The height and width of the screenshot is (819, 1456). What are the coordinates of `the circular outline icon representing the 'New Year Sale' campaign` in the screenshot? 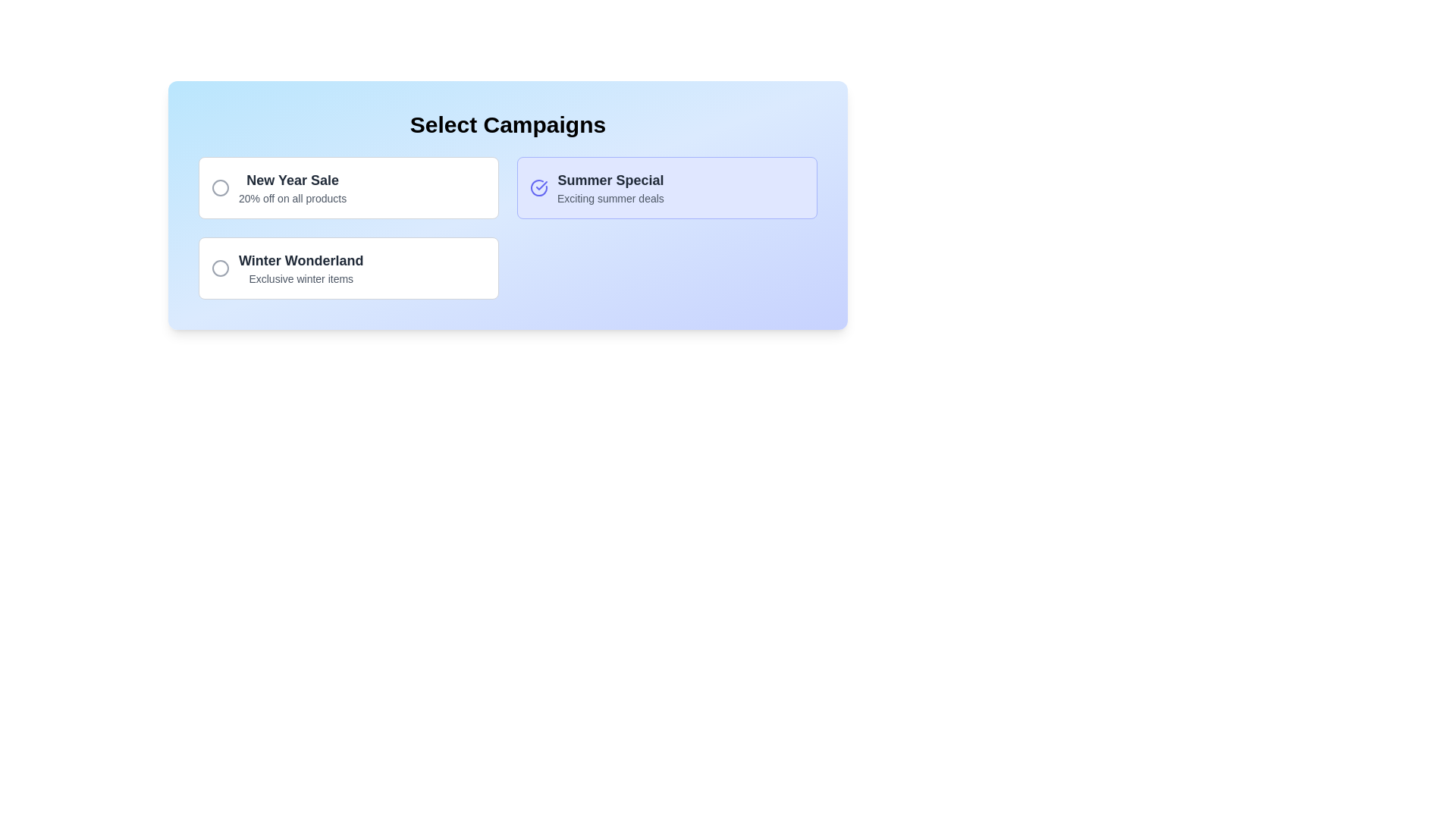 It's located at (220, 187).